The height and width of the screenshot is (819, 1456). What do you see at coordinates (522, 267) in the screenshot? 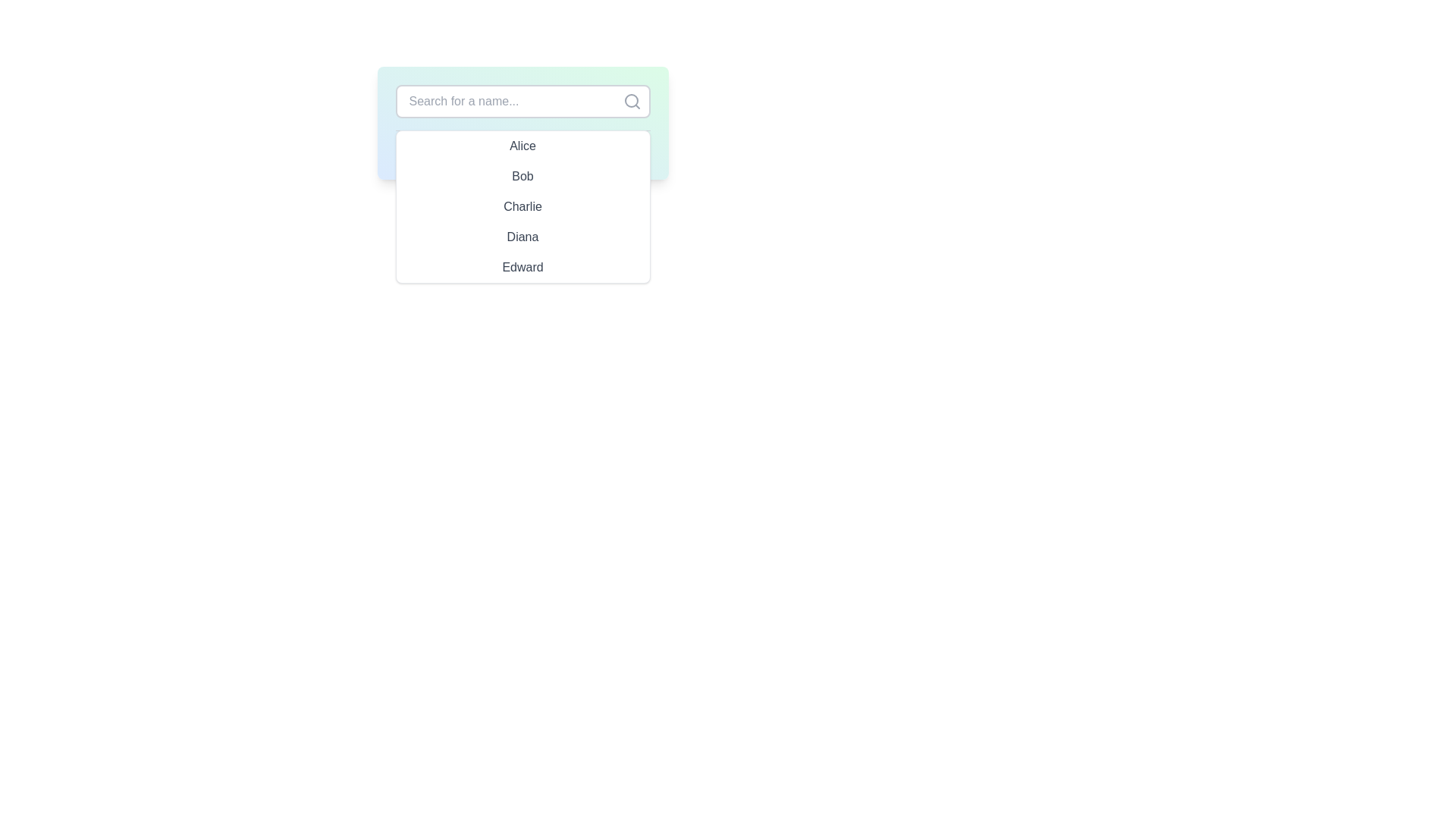
I see `the fifth item in the dropdown list` at bounding box center [522, 267].